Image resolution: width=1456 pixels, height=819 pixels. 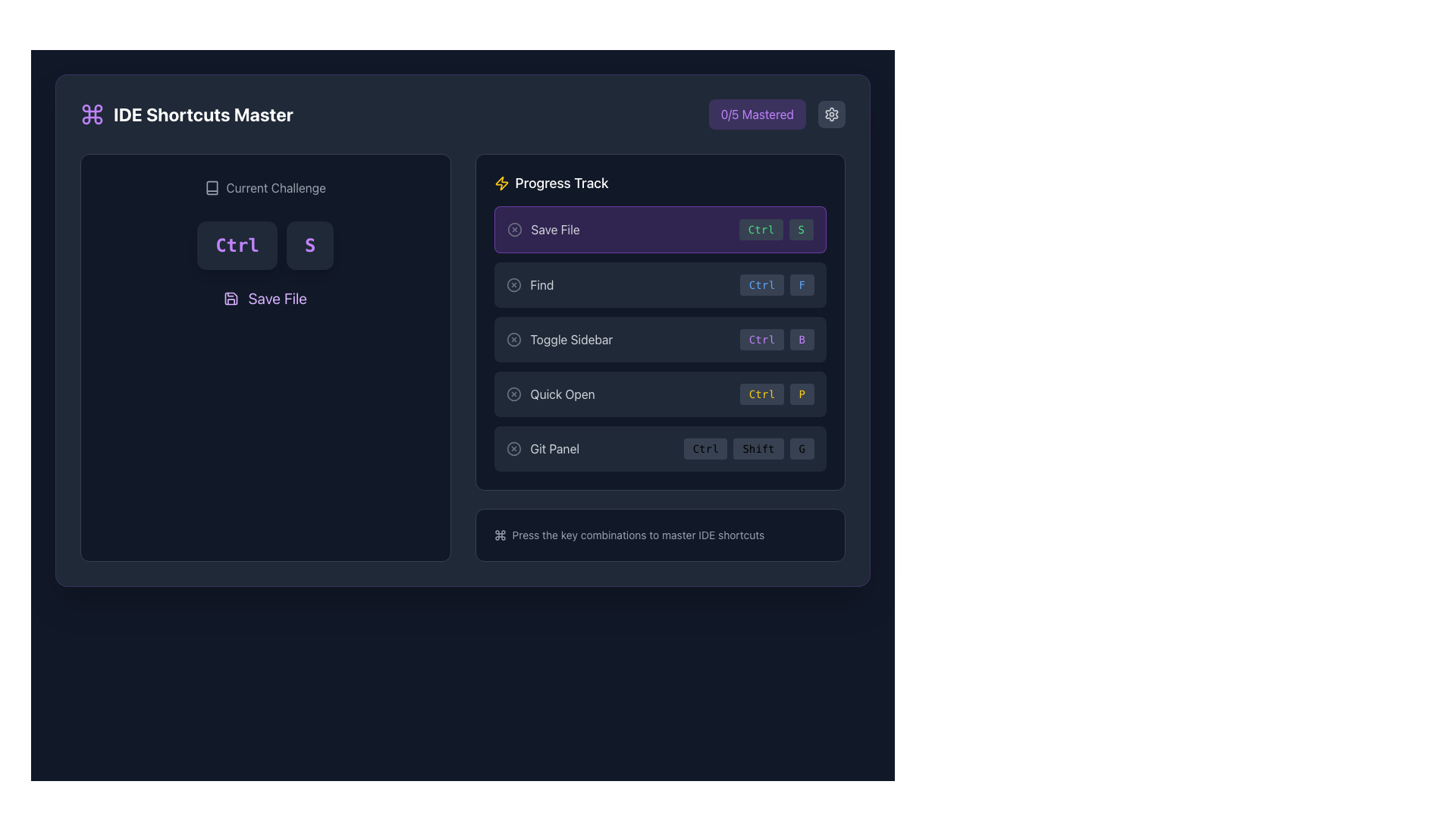 I want to click on the third Text label in the 'Progress Track' section, which is located between the 'Find' and 'Quick Open' options, so click(x=570, y=338).